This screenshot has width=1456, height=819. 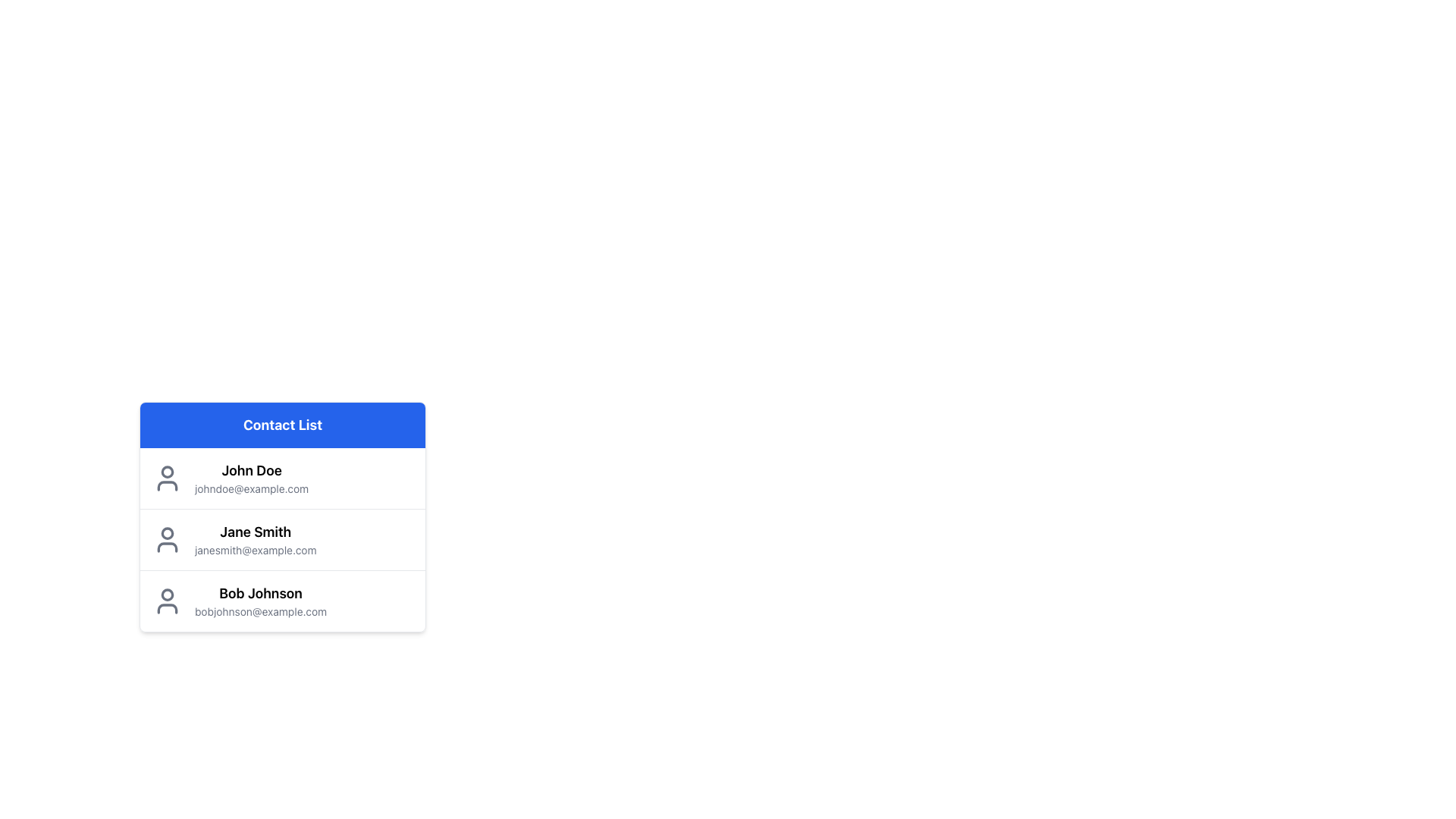 I want to click on the contact entry for 'Jane Smith' which displays their contact information, positioned as the second item in a vertical list between 'John Doe' and 'Bob Johnson', so click(x=283, y=538).